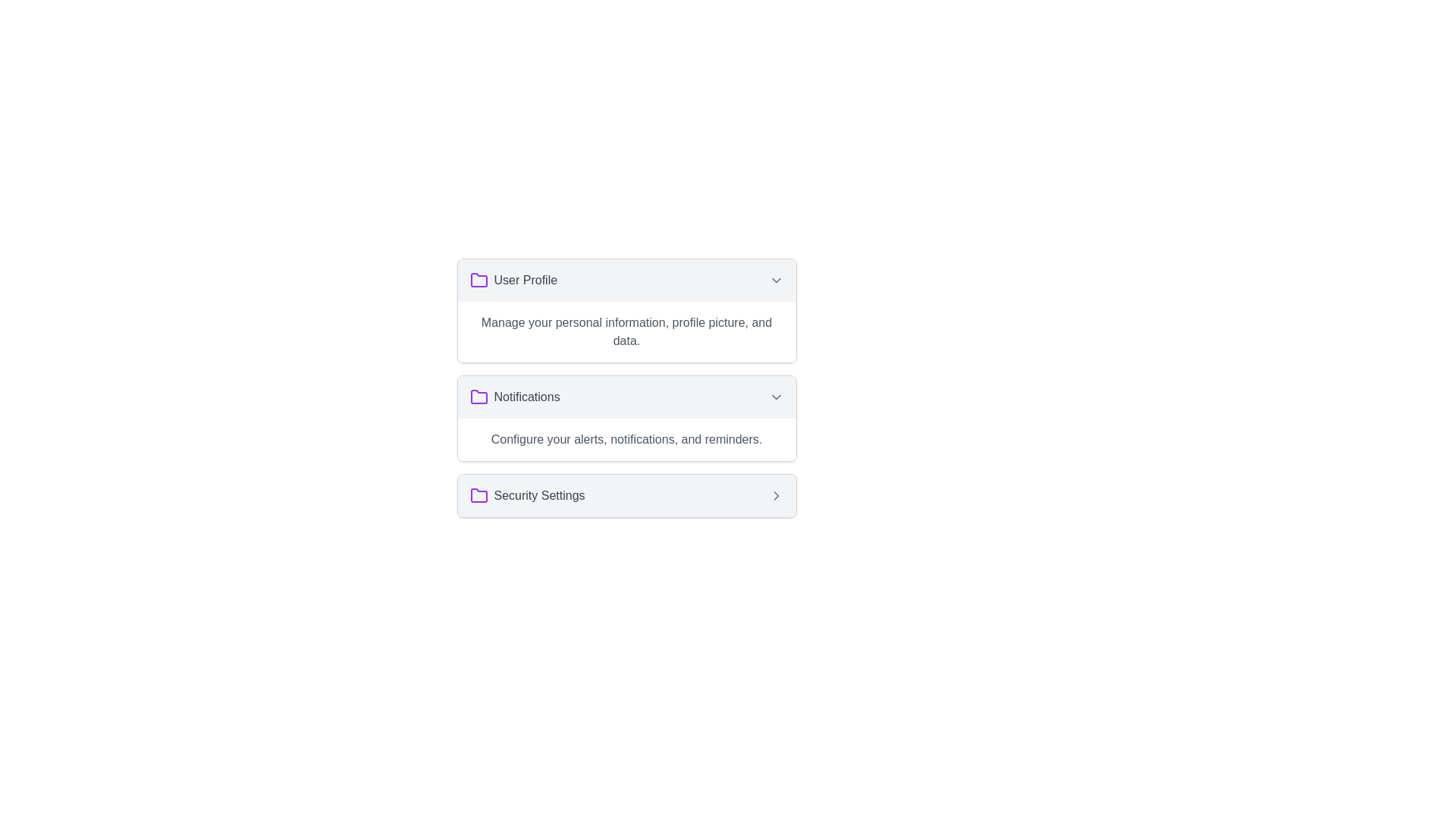 The height and width of the screenshot is (819, 1456). What do you see at coordinates (478, 280) in the screenshot?
I see `the folder icon with a purple outline located in the first row of the User Profile settings block` at bounding box center [478, 280].